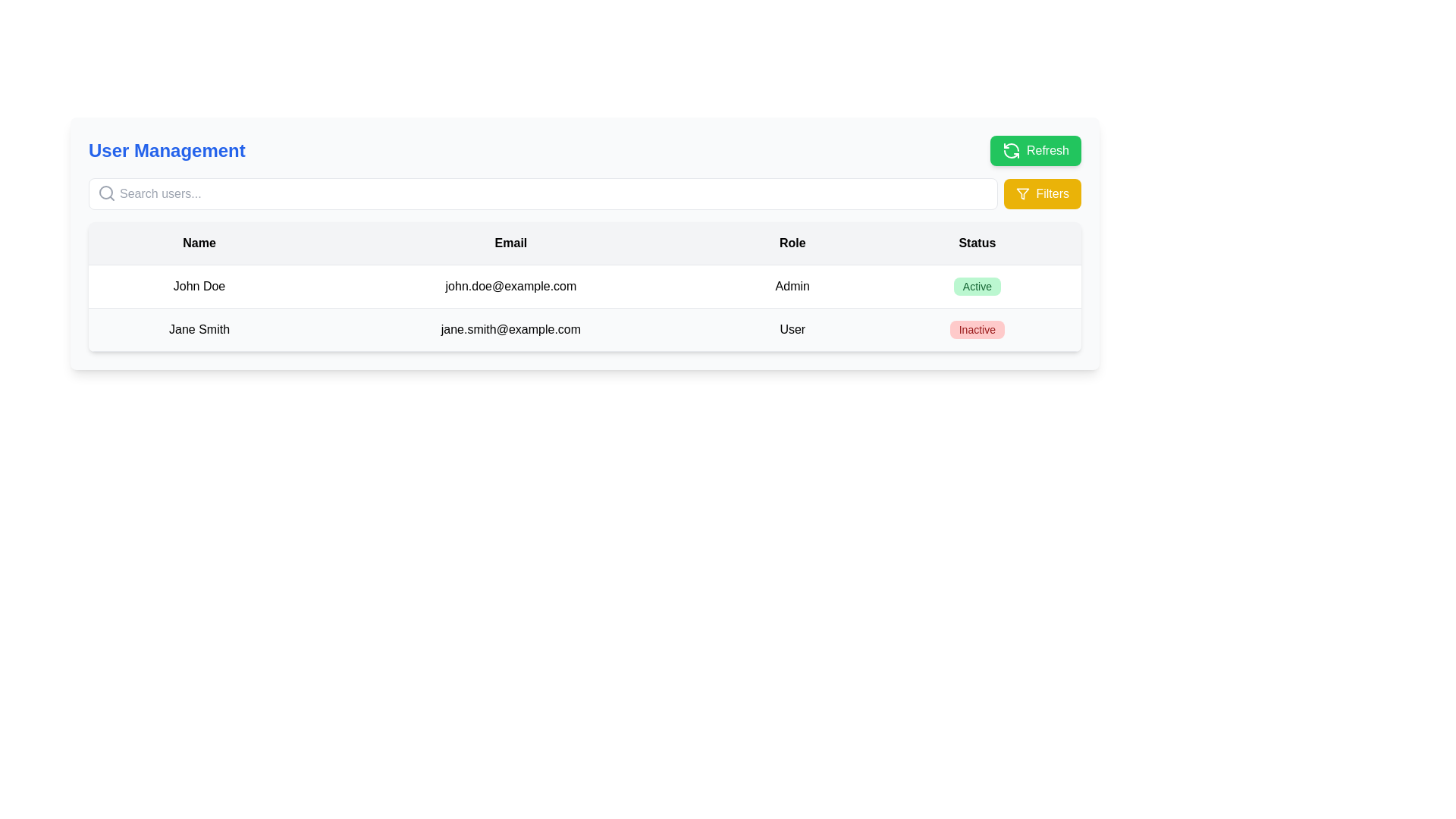  I want to click on the refresh icon located within the green rectangular button labeled 'Refresh' at the top-right corner of the interface, so click(1012, 151).